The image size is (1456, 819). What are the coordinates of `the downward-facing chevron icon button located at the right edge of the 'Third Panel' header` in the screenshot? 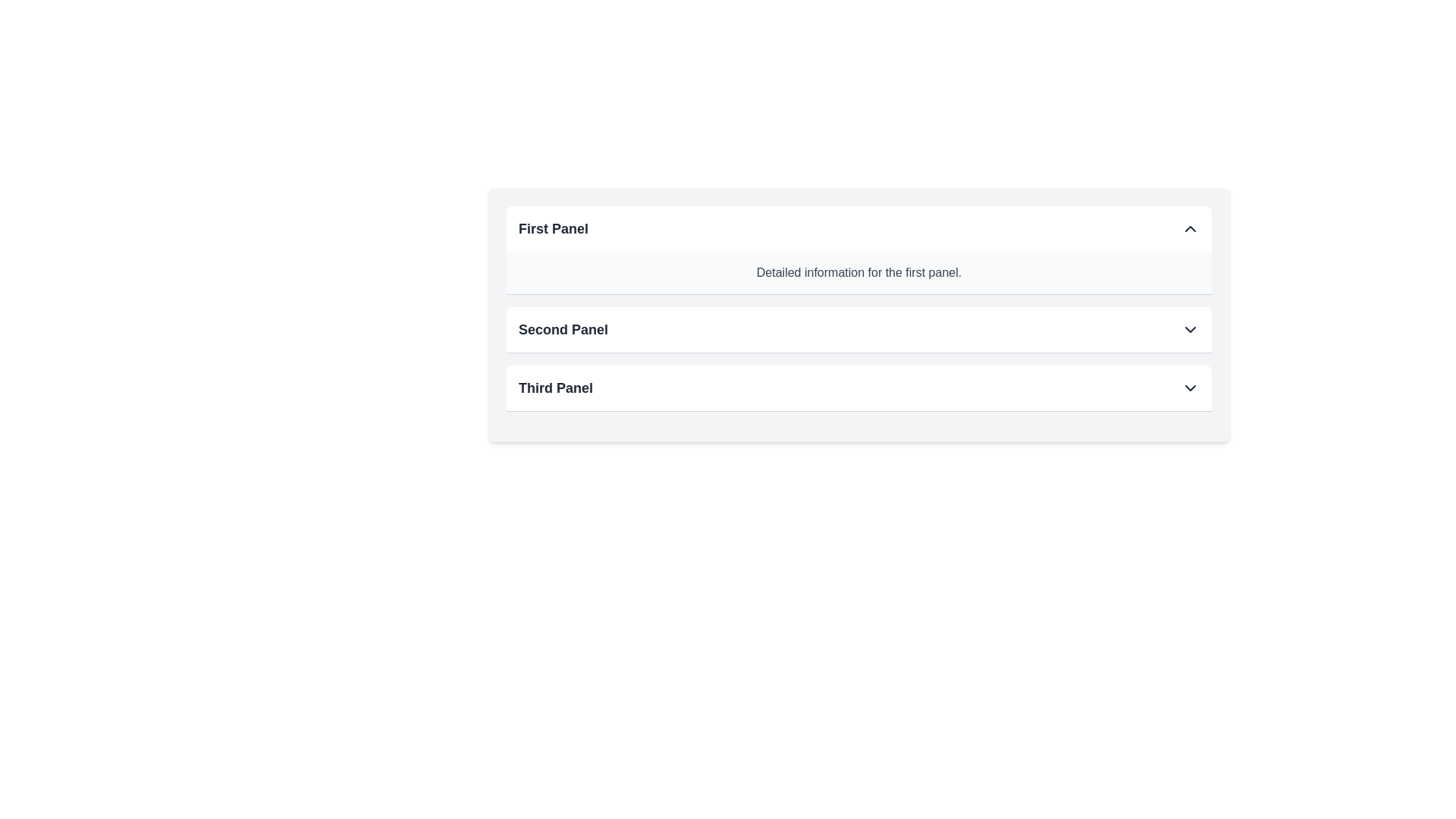 It's located at (1189, 388).